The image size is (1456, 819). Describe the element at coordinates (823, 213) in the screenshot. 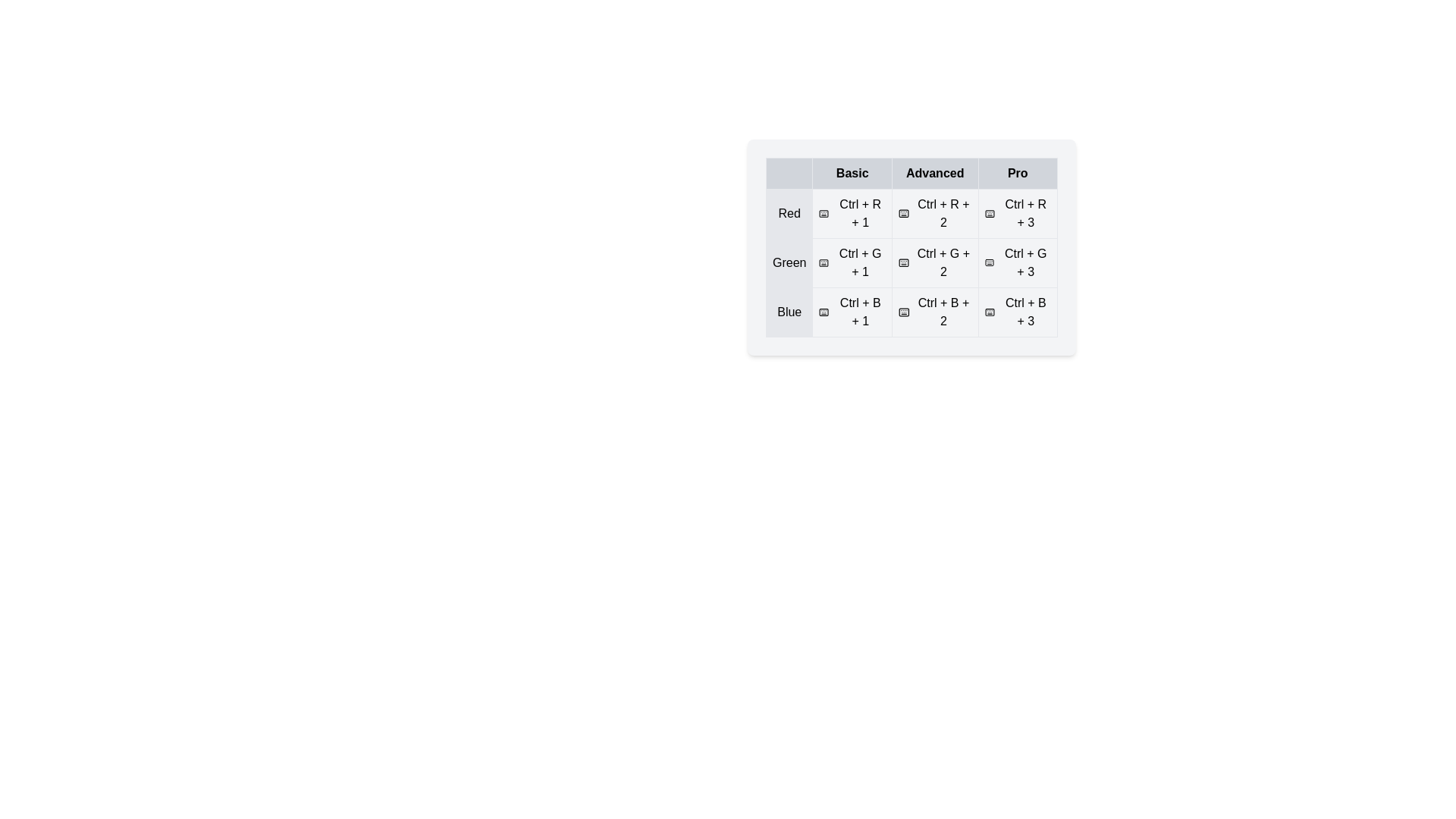

I see `keyboard icon, which is a small square-shaped symbol styled with a line-drawing aesthetic, located before the text 'Ctrl + R + 1' in the 'Red' row and 'Basic' column of the table` at that location.